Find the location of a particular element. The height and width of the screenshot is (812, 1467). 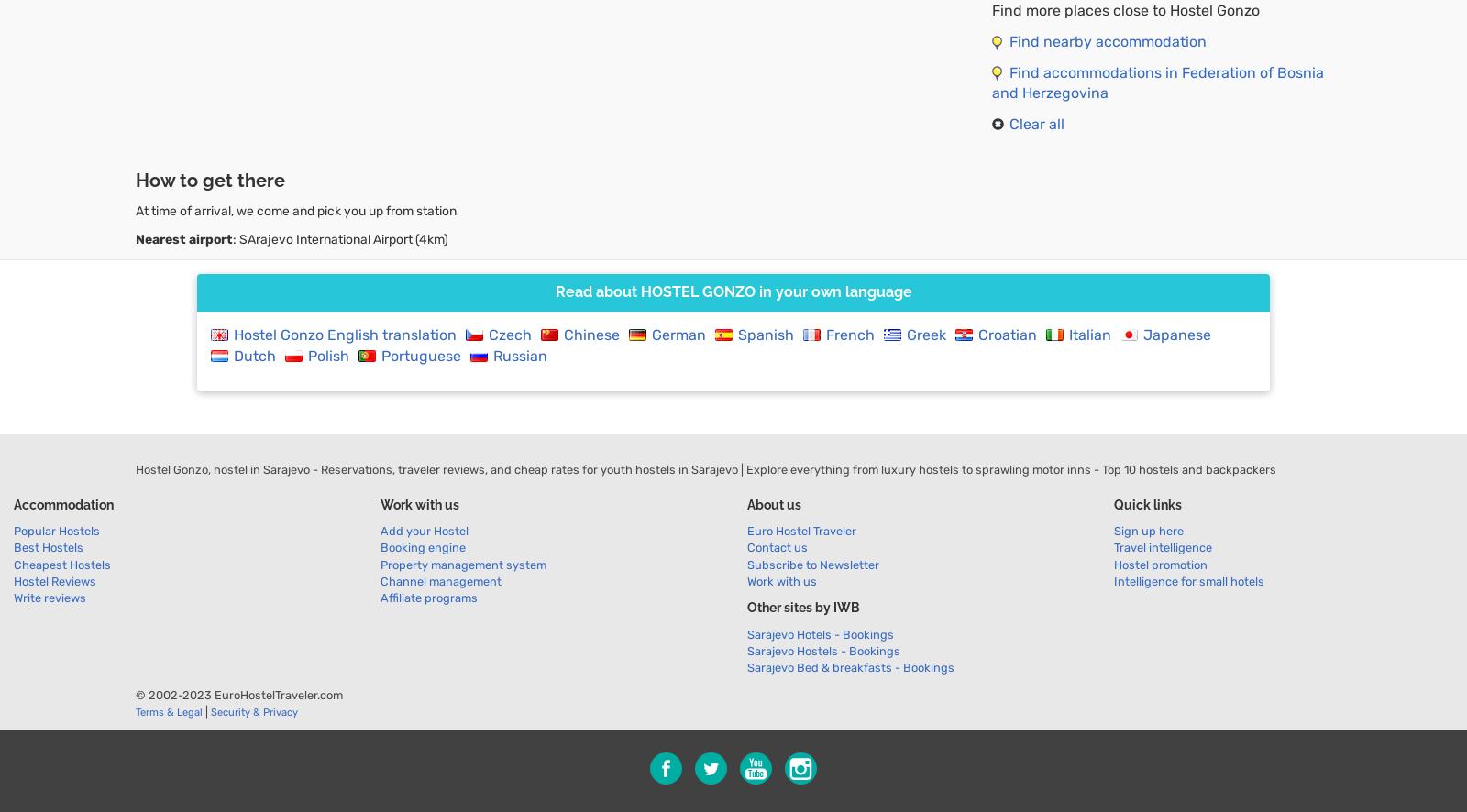

'Other sites by IWB' is located at coordinates (802, 607).